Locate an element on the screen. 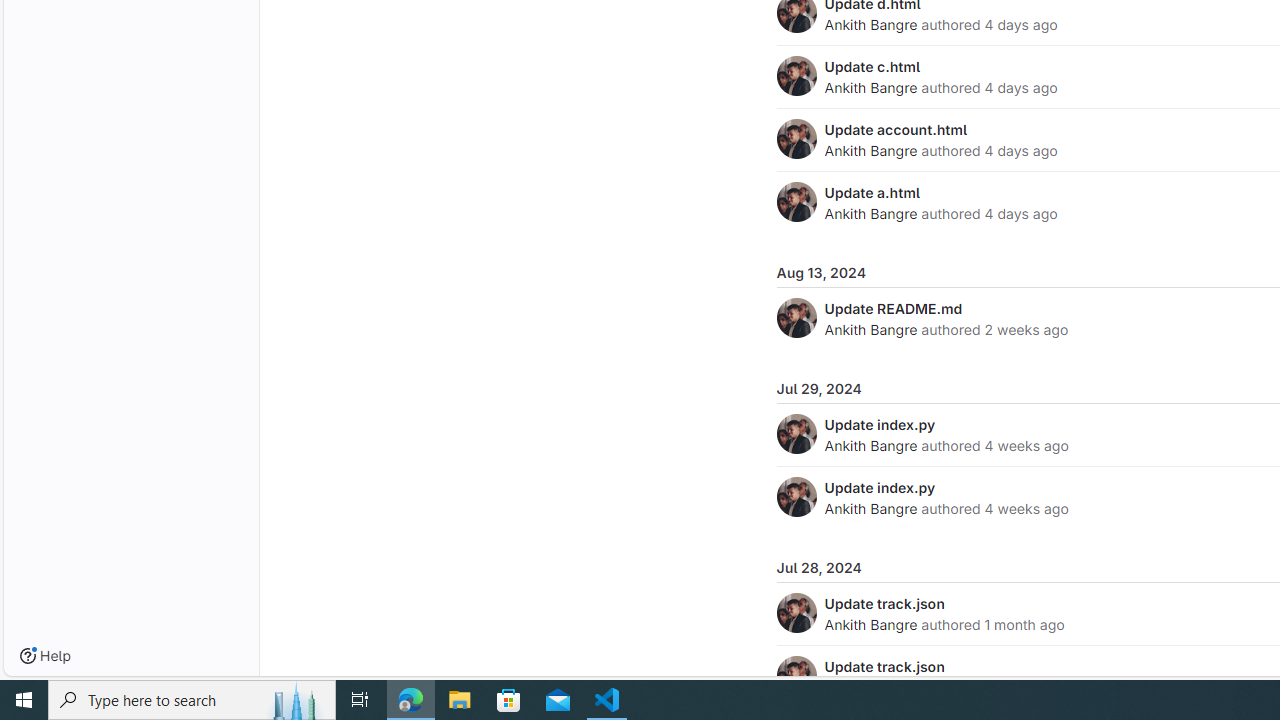 This screenshot has height=720, width=1280. 'Update account.html' is located at coordinates (895, 129).